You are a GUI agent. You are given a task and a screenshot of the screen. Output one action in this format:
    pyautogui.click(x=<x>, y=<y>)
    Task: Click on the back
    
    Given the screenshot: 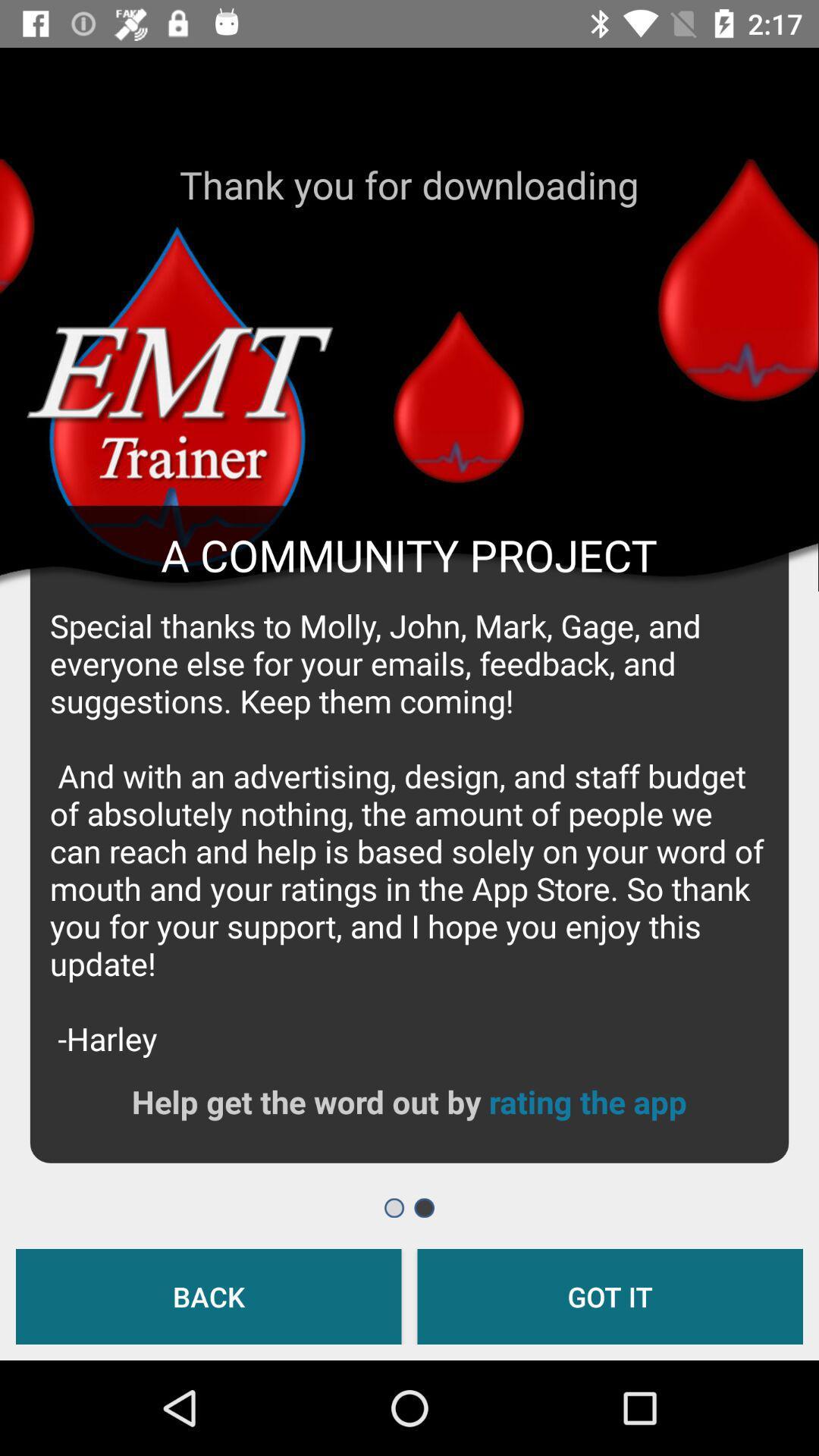 What is the action you would take?
    pyautogui.click(x=209, y=1295)
    